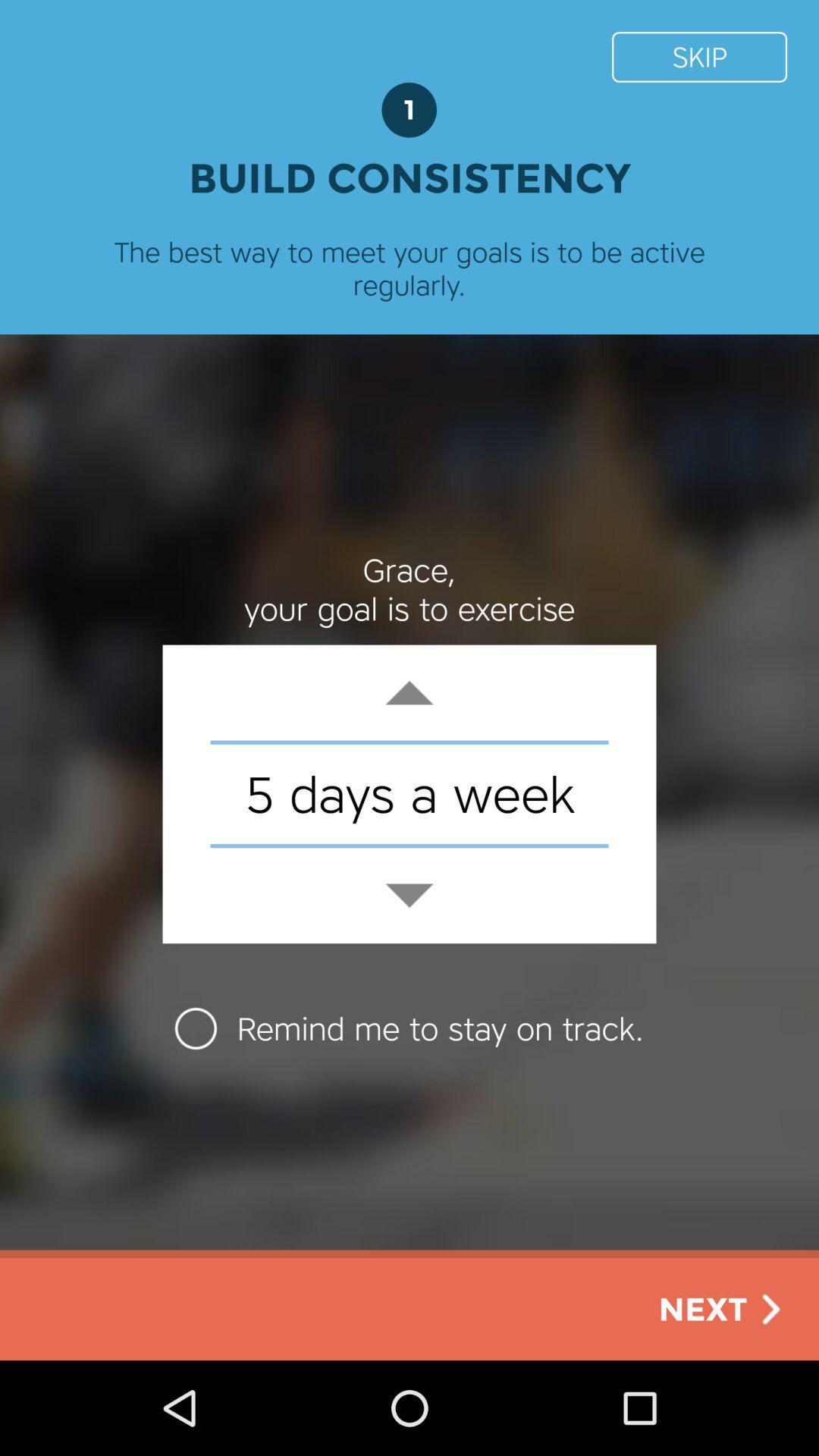  Describe the element at coordinates (408, 1028) in the screenshot. I see `remind me to` at that location.